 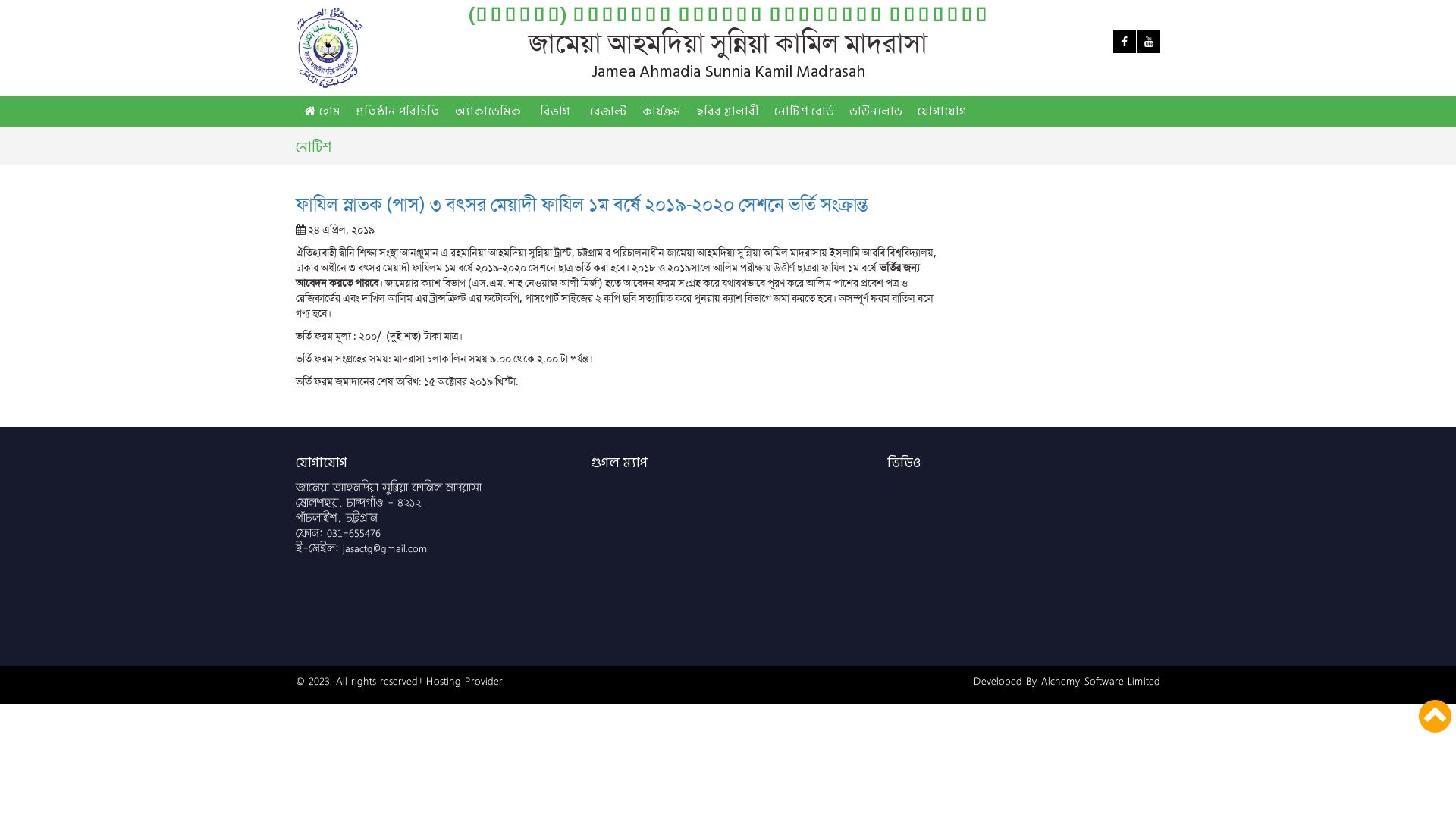 I want to click on 'Hosting Provider', so click(x=463, y=679).